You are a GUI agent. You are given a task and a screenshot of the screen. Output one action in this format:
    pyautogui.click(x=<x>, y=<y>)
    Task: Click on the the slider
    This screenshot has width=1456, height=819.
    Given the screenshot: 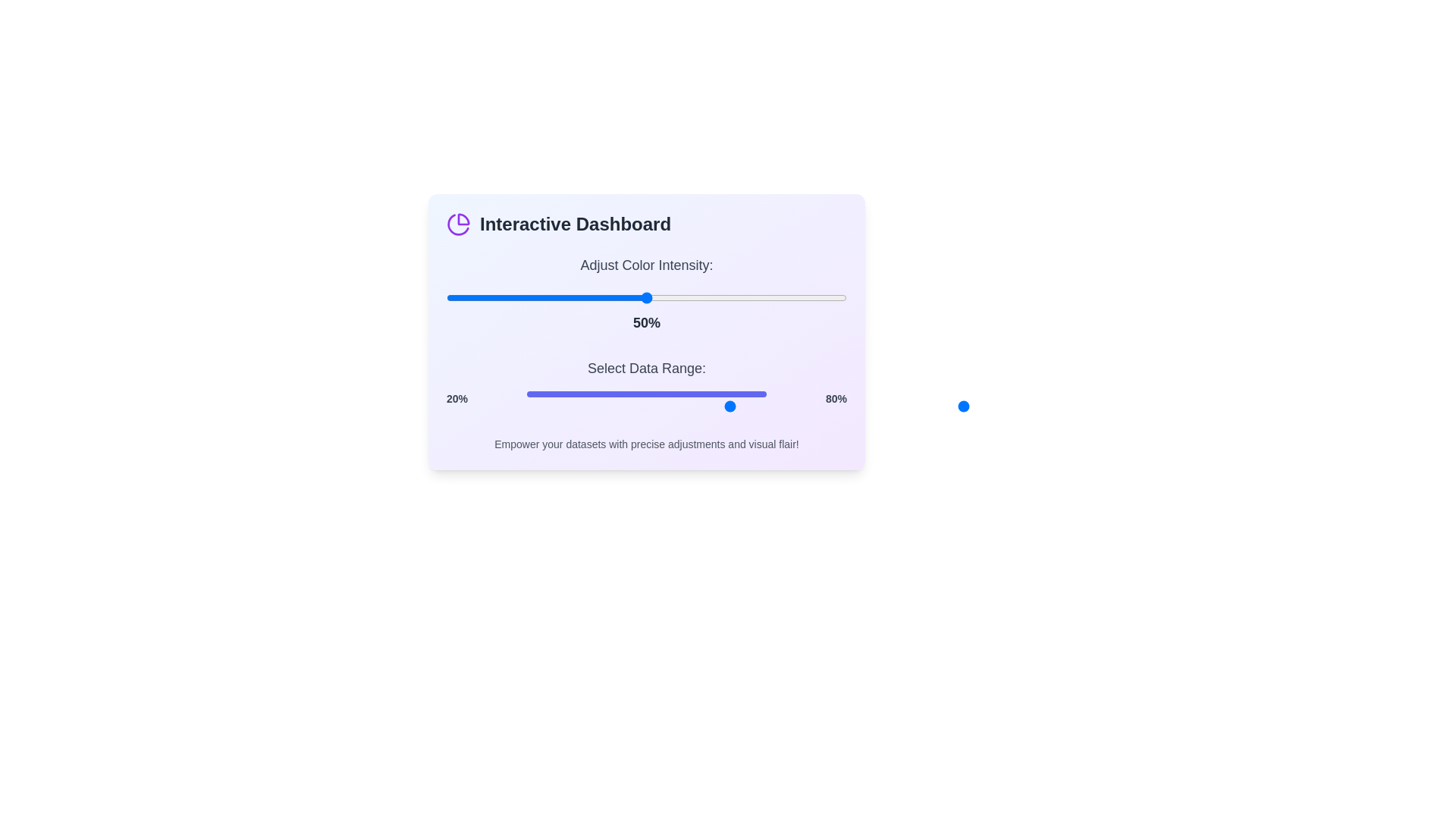 What is the action you would take?
    pyautogui.click(x=686, y=406)
    